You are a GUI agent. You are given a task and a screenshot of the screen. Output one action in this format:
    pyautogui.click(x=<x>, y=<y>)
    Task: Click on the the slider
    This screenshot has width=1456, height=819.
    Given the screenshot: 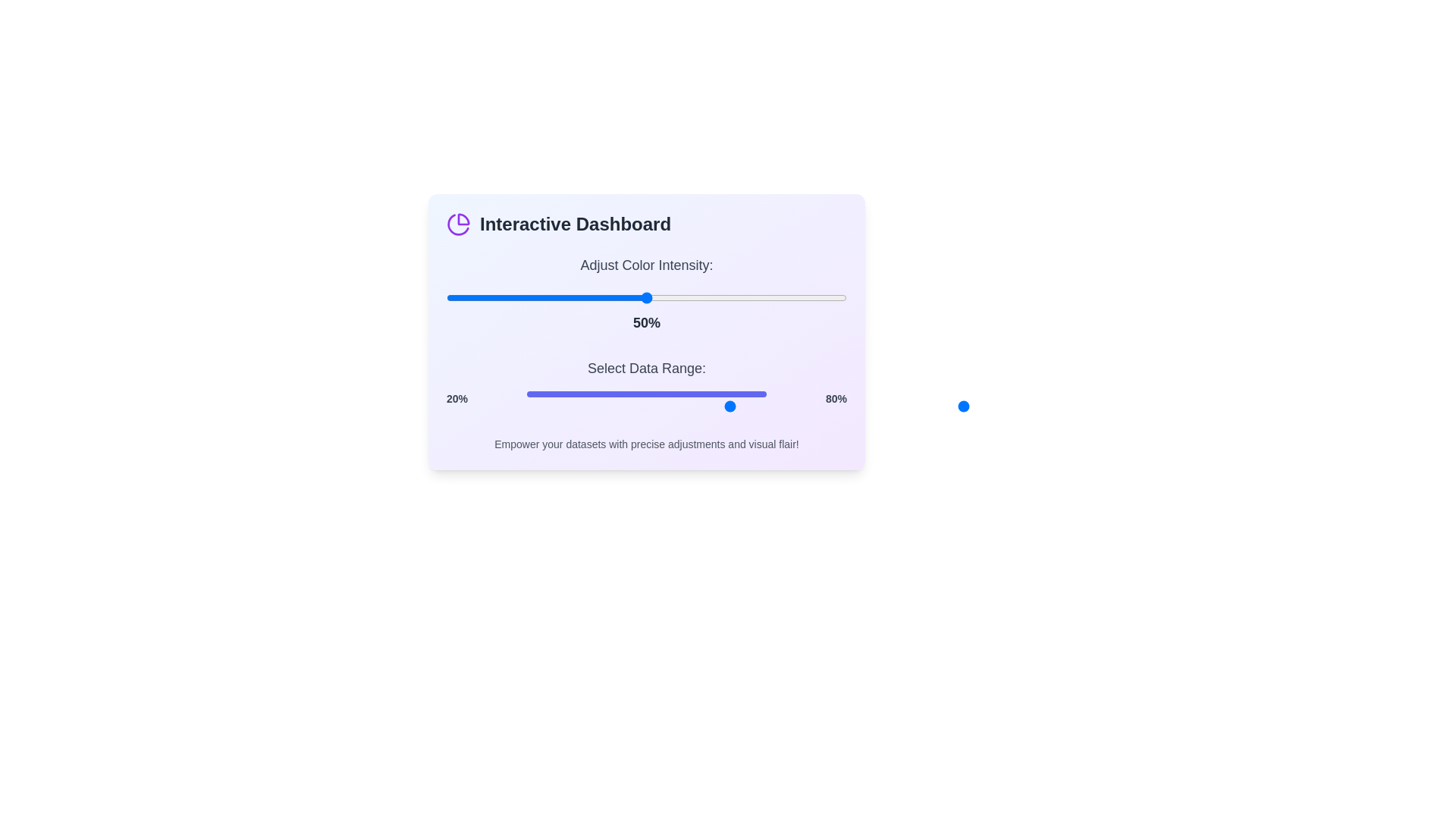 What is the action you would take?
    pyautogui.click(x=686, y=406)
    